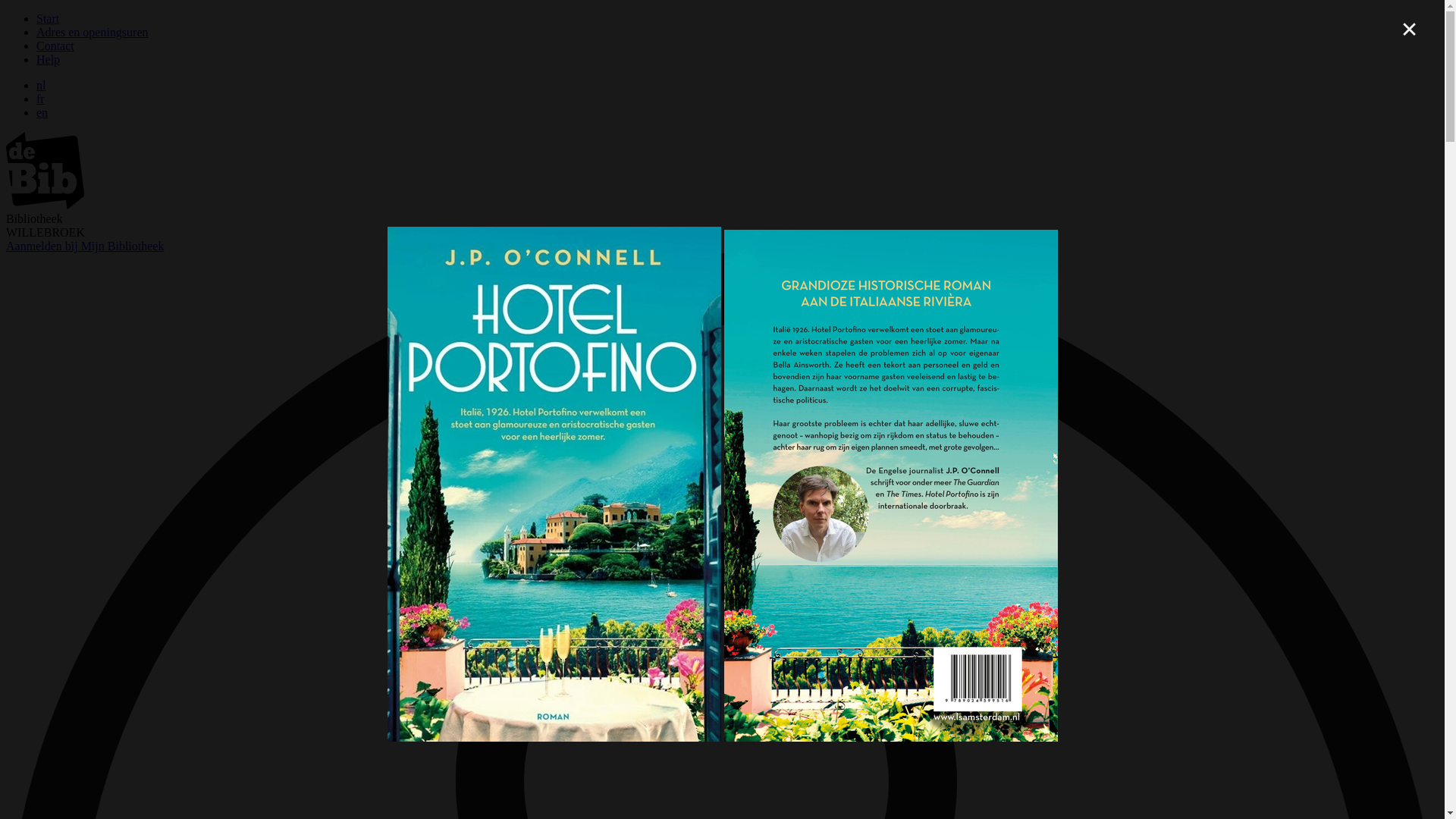 The height and width of the screenshot is (819, 1456). Describe the element at coordinates (40, 99) in the screenshot. I see `'fr'` at that location.